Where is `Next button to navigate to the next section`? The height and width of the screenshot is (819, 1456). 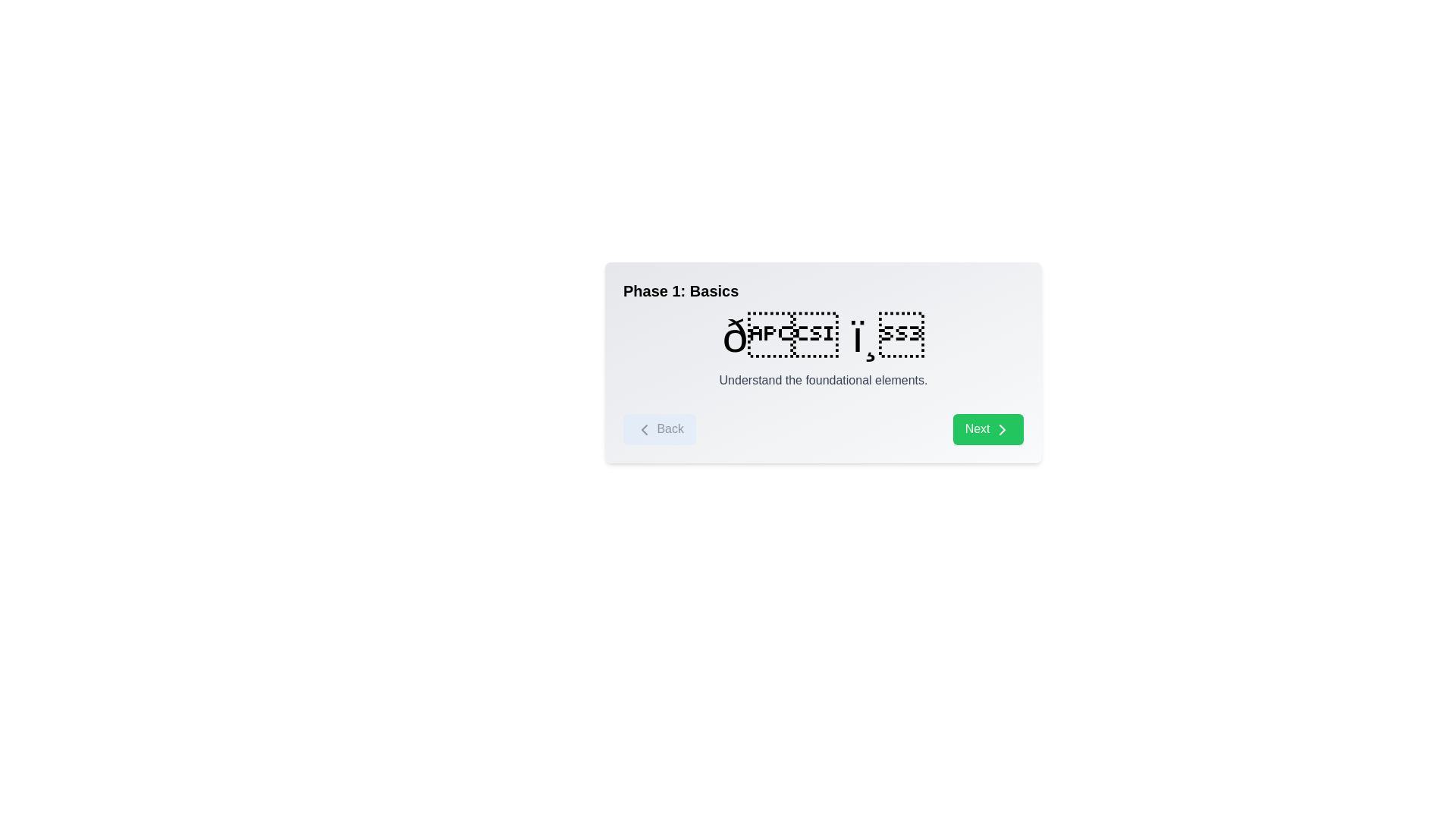
Next button to navigate to the next section is located at coordinates (987, 429).